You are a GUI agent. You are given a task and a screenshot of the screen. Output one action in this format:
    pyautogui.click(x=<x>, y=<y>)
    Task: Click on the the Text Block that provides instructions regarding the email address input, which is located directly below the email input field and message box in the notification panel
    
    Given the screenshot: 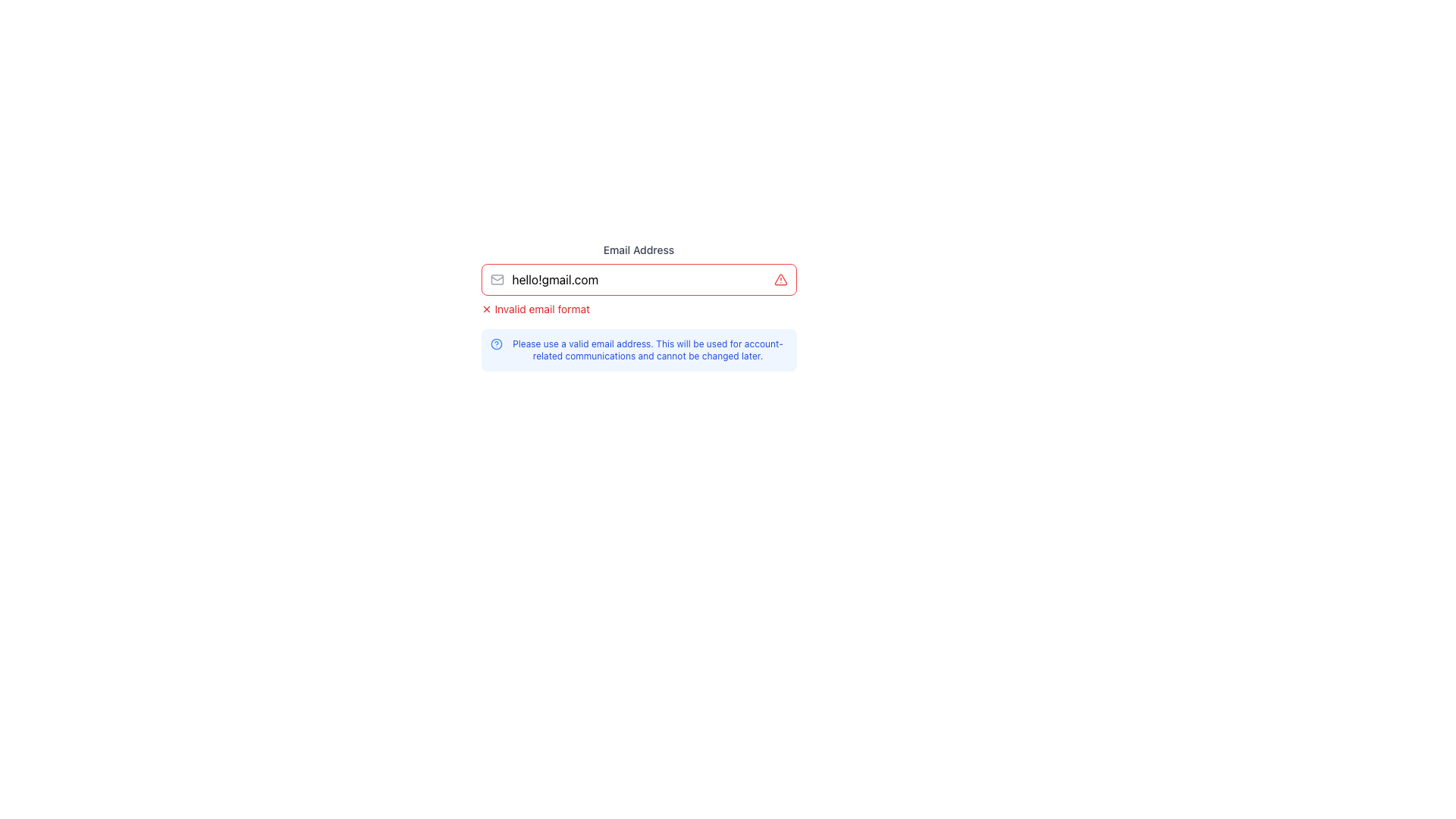 What is the action you would take?
    pyautogui.click(x=648, y=350)
    